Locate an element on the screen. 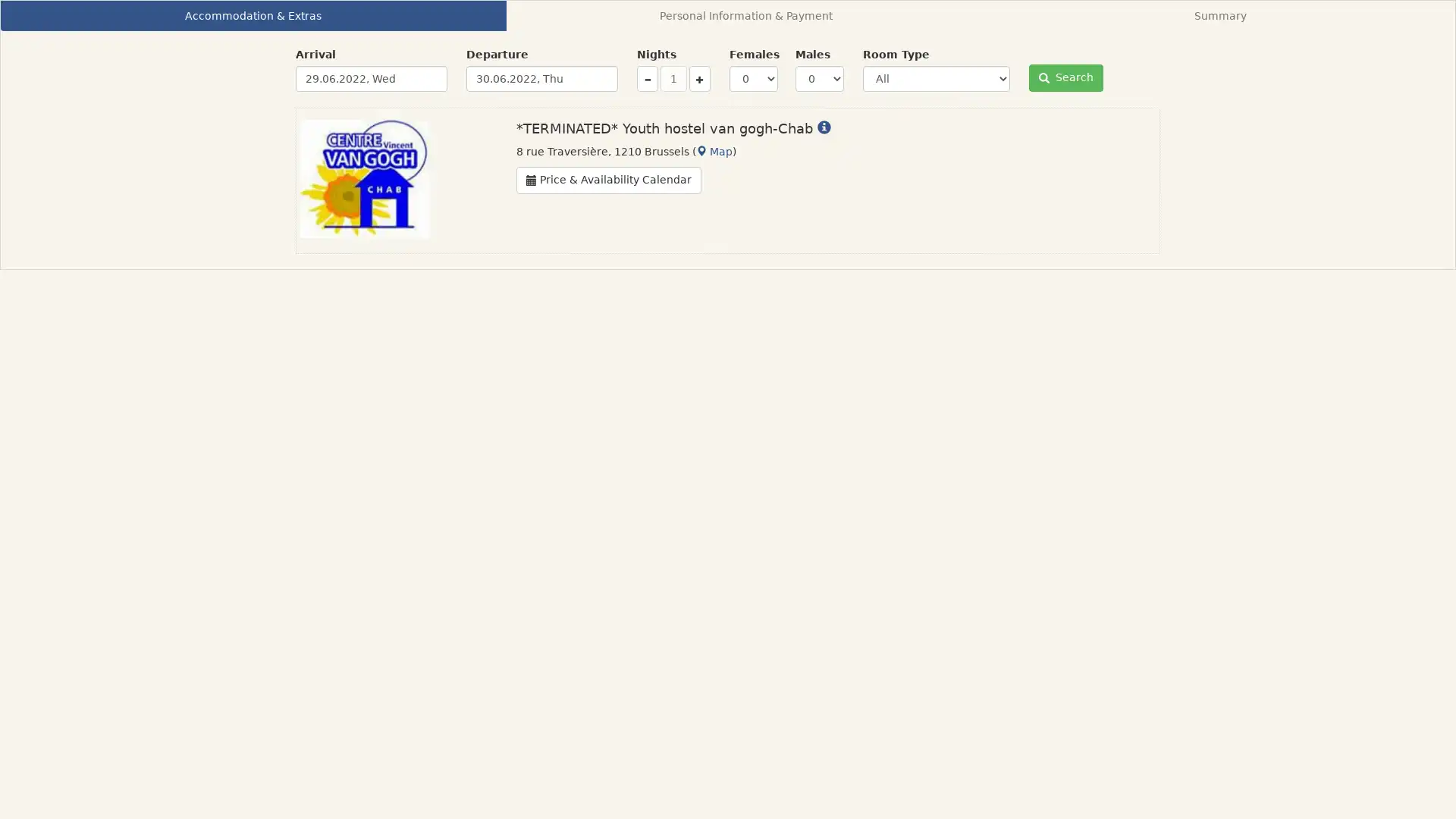 This screenshot has height=819, width=1456. Search is located at coordinates (1065, 78).